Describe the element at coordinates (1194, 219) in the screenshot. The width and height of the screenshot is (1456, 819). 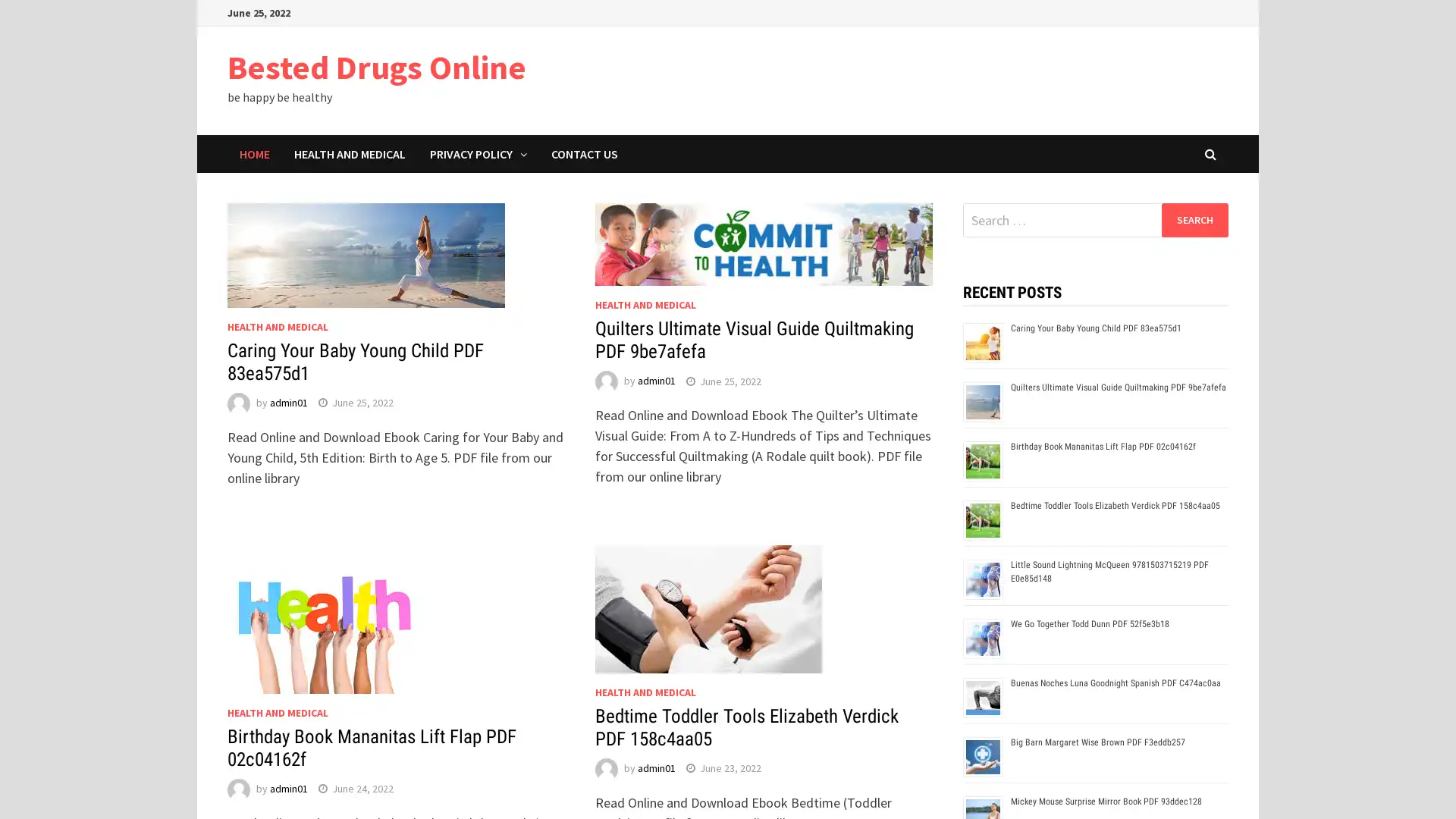
I see `Search` at that location.